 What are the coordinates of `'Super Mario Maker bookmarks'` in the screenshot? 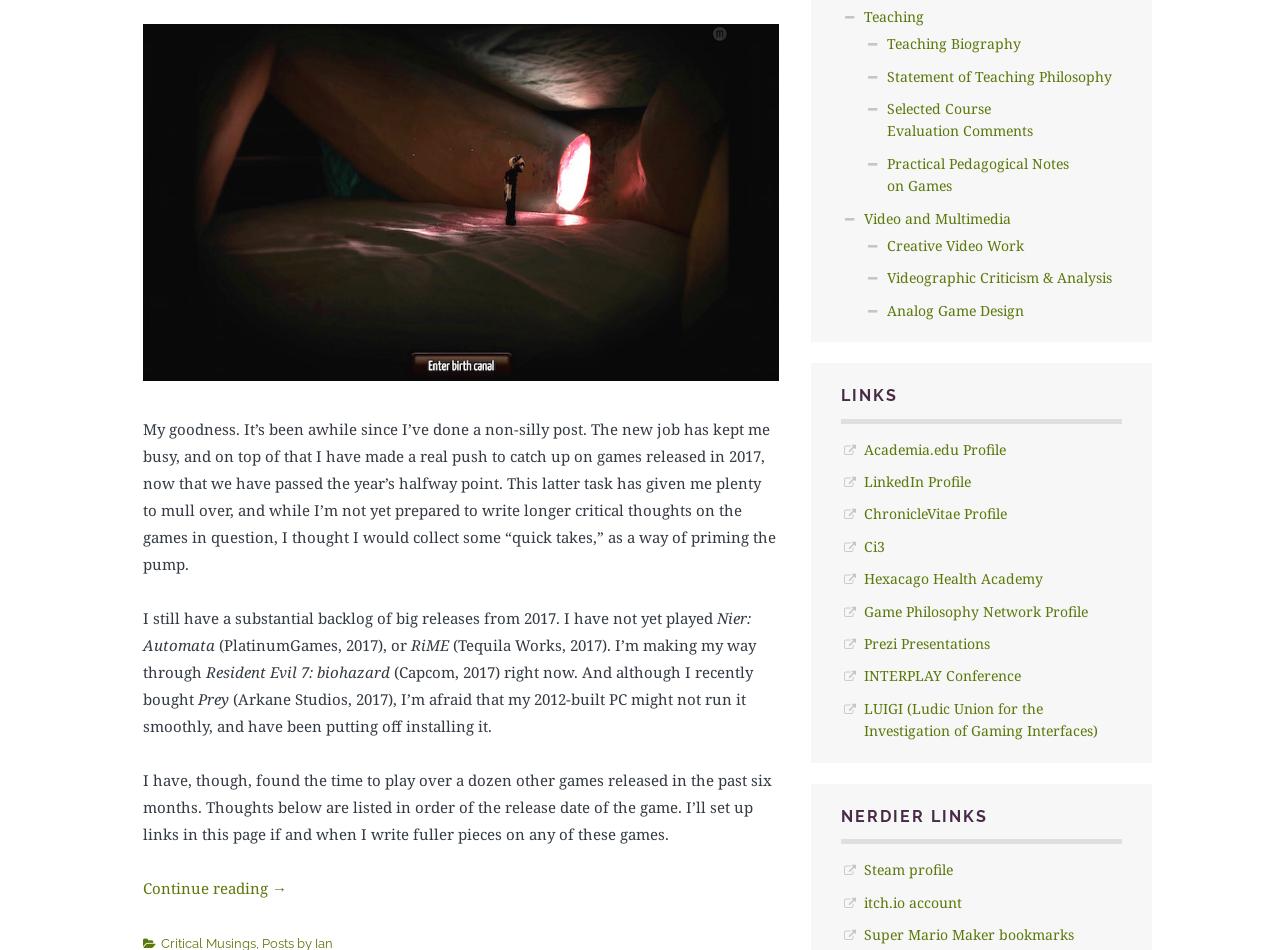 It's located at (967, 932).